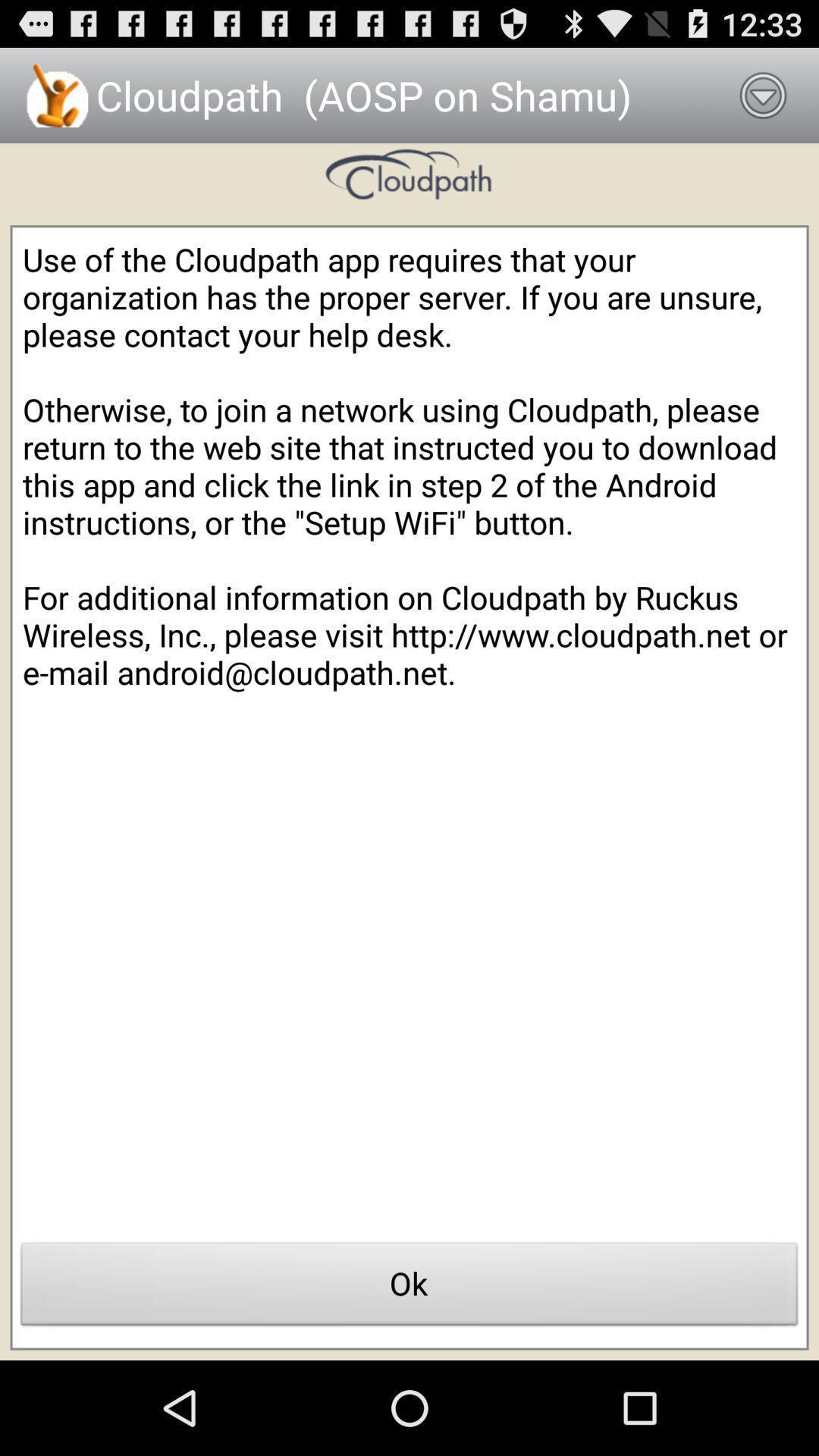 Image resolution: width=819 pixels, height=1456 pixels. I want to click on app below use of the item, so click(409, 1287).